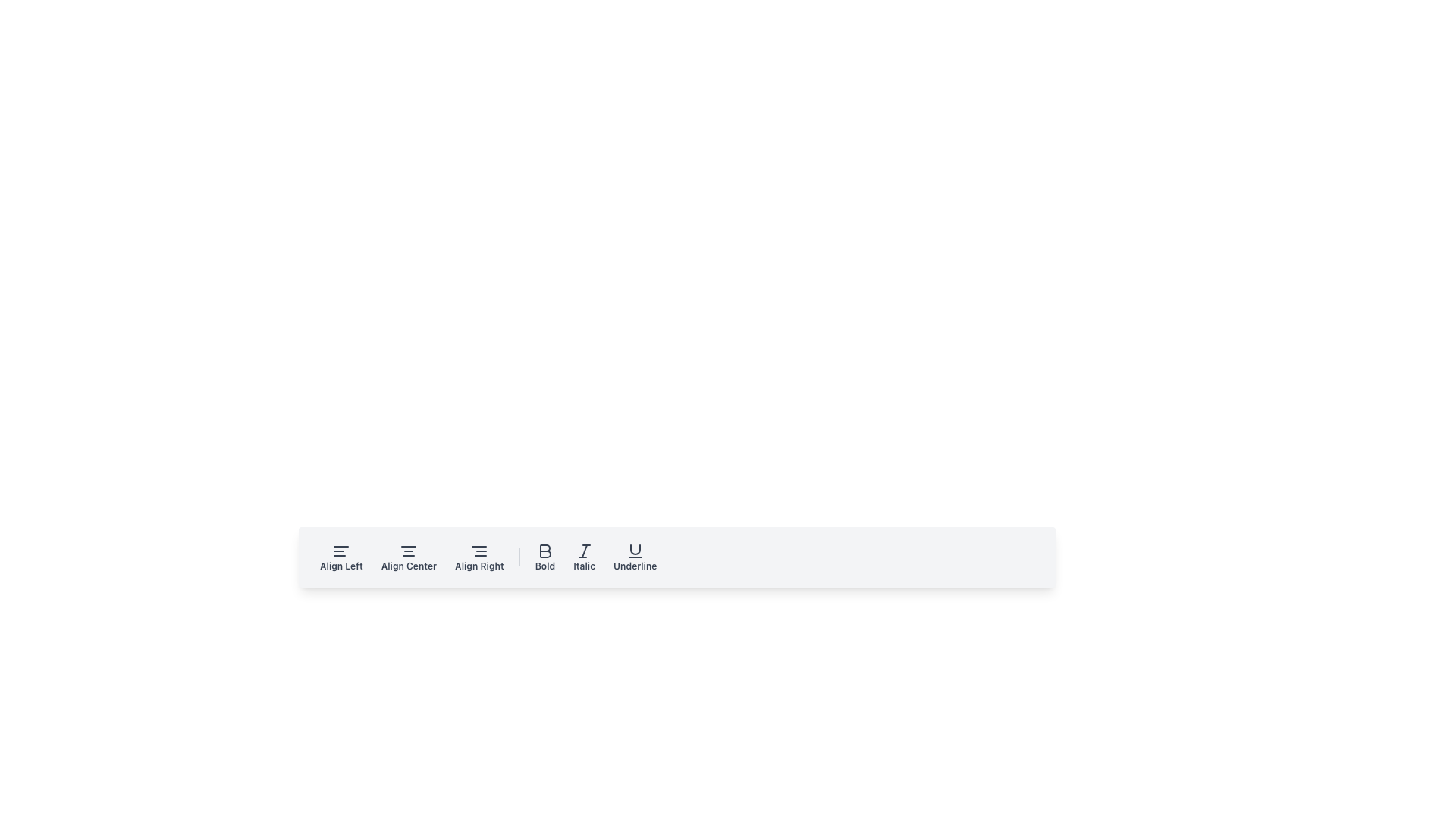  Describe the element at coordinates (635, 566) in the screenshot. I see `the Text Label that describes the Underline button in the formatting toolbar` at that location.